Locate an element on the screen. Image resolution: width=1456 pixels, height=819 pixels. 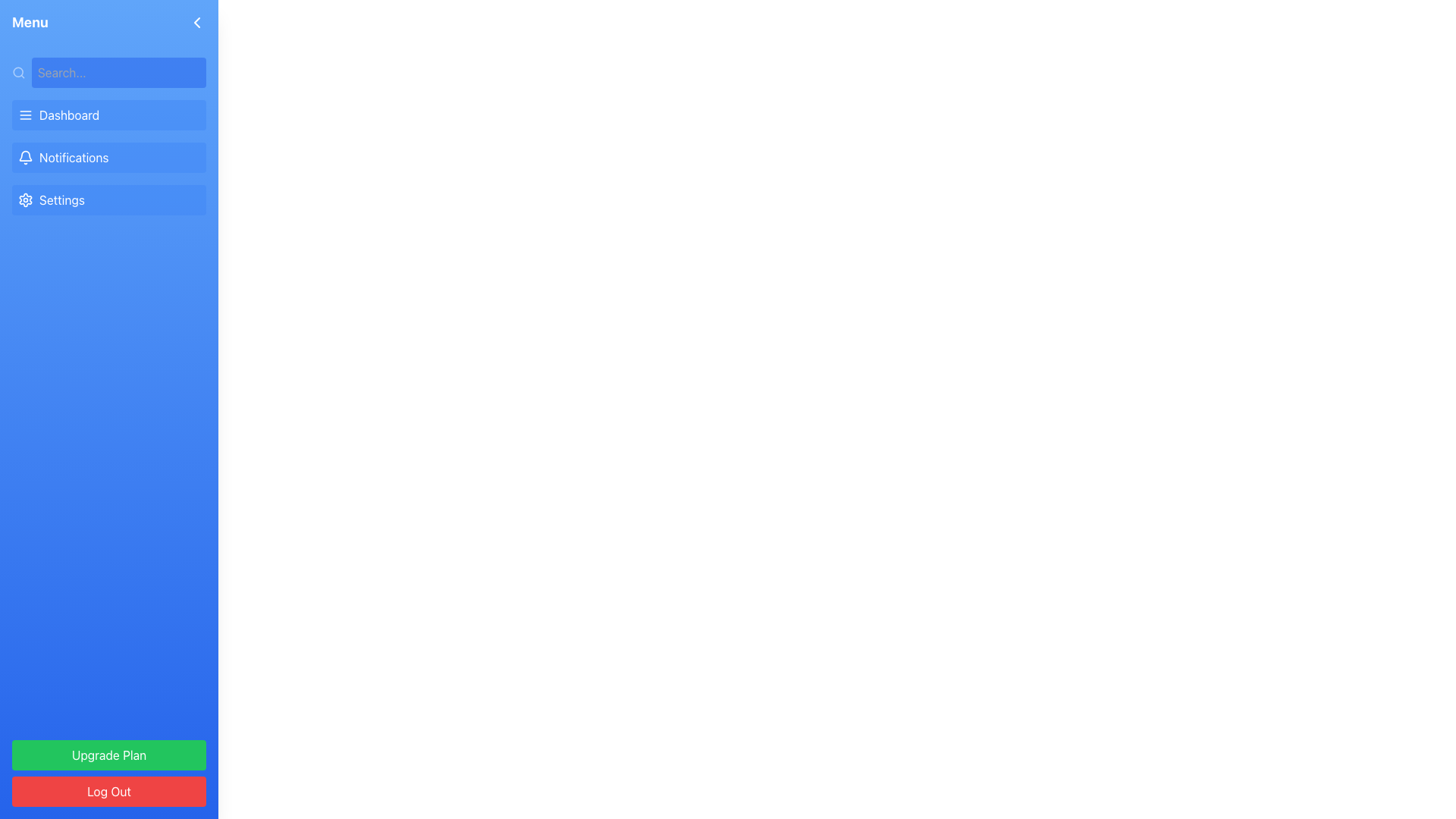
the notifications menu button, which is the second item in the vertical list on the left side of the interface is located at coordinates (108, 158).